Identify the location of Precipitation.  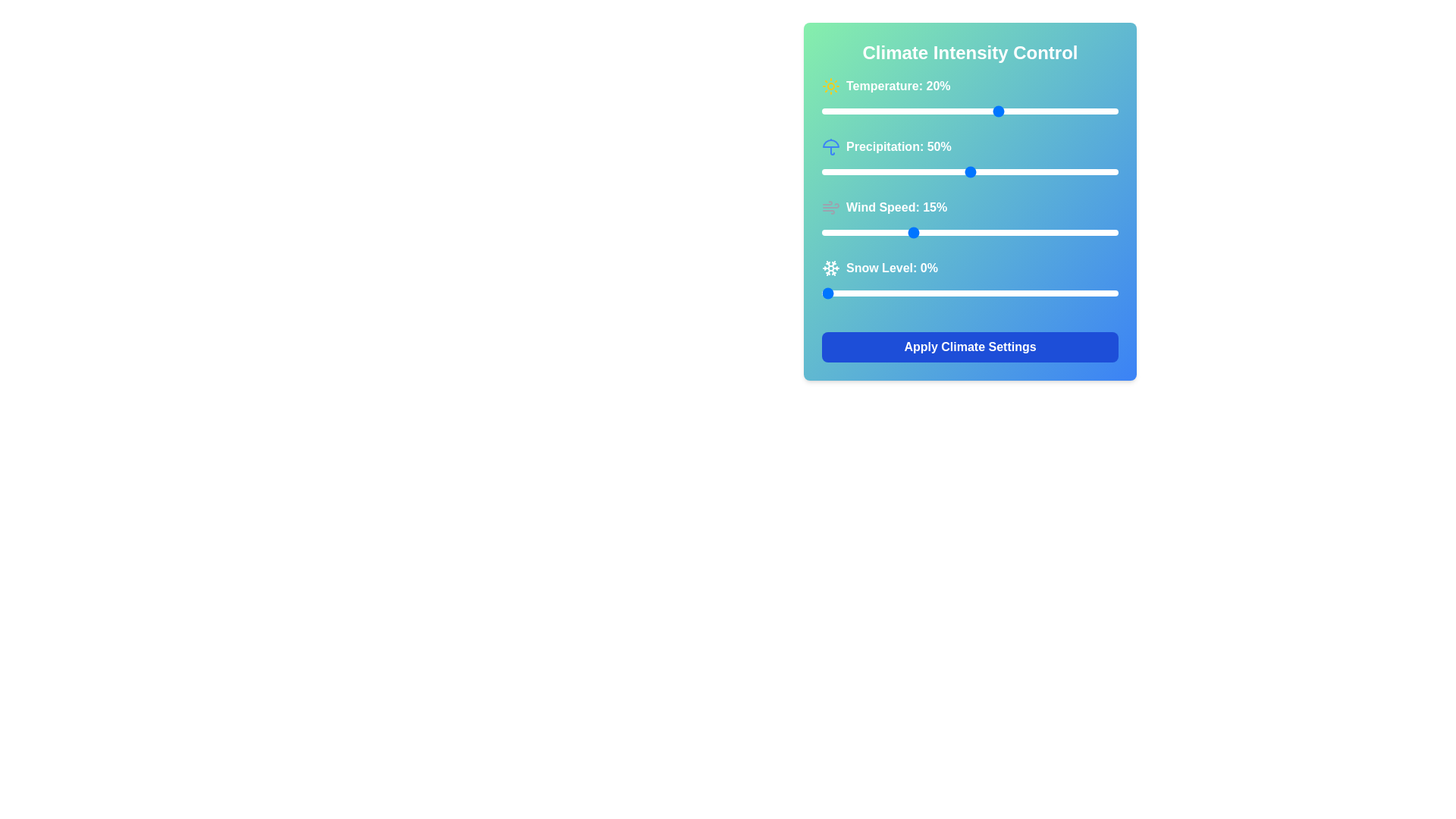
(830, 171).